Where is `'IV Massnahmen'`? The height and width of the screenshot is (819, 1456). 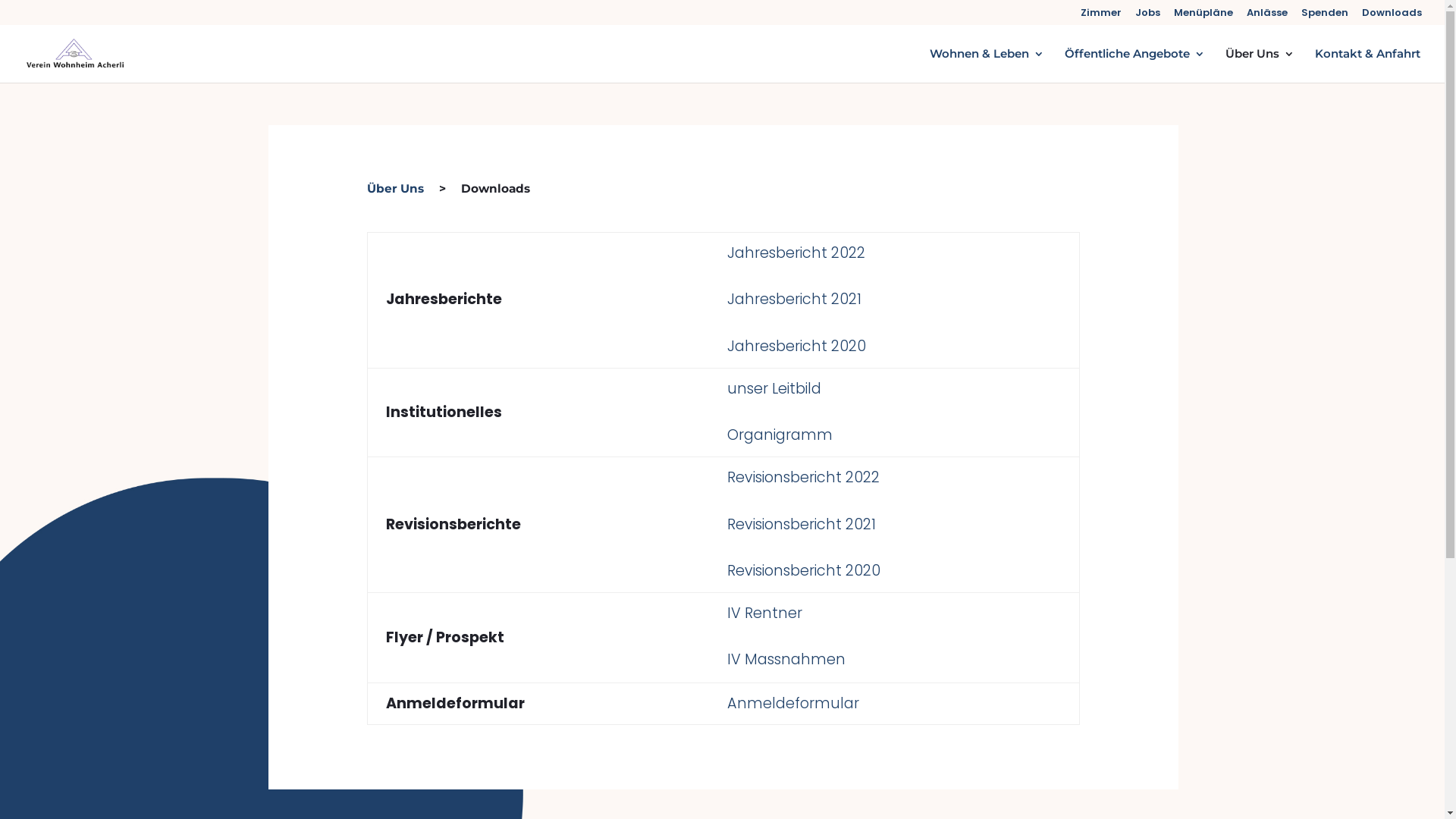 'IV Massnahmen' is located at coordinates (786, 658).